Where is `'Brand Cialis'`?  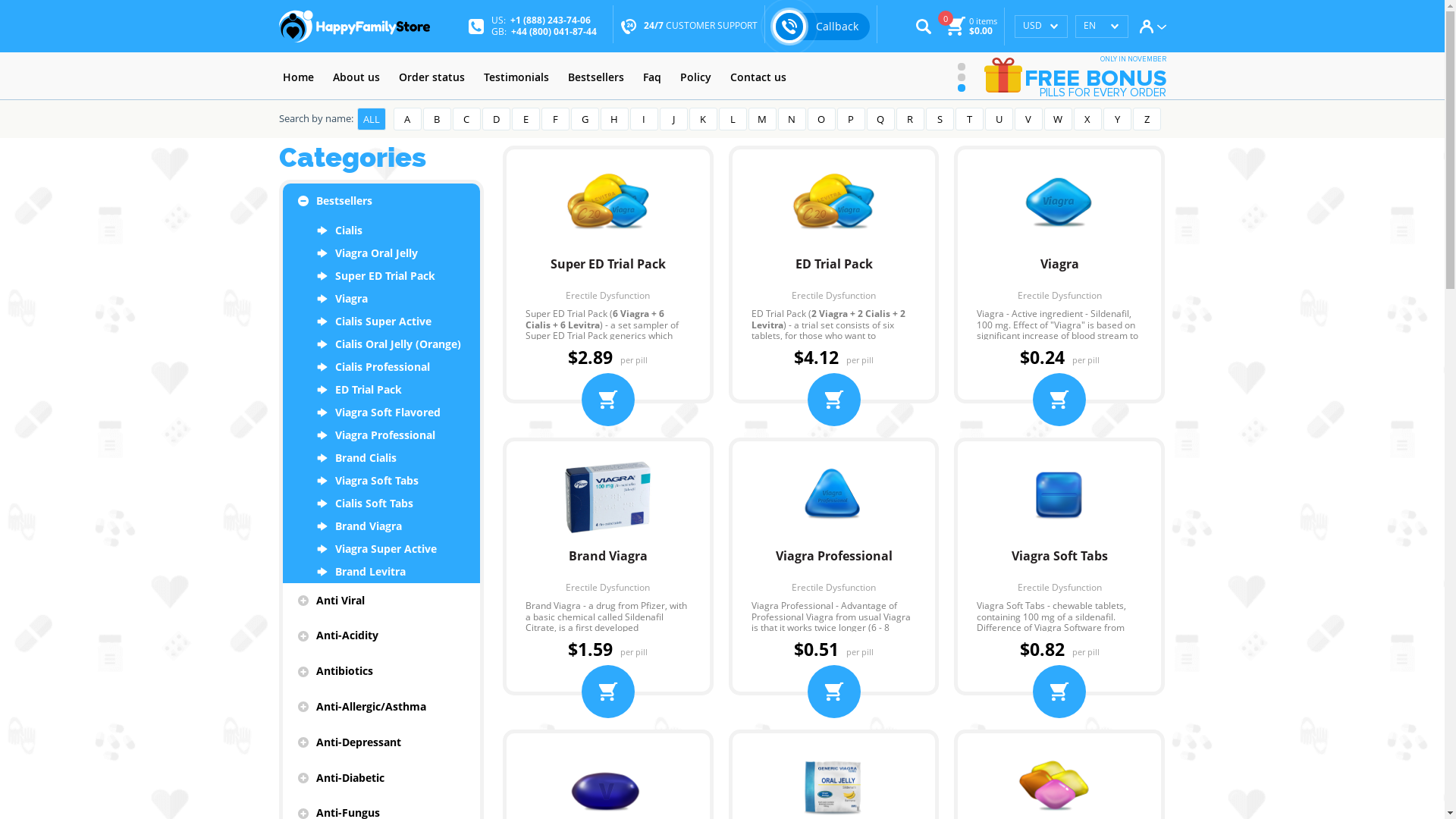
'Brand Cialis' is located at coordinates (381, 457).